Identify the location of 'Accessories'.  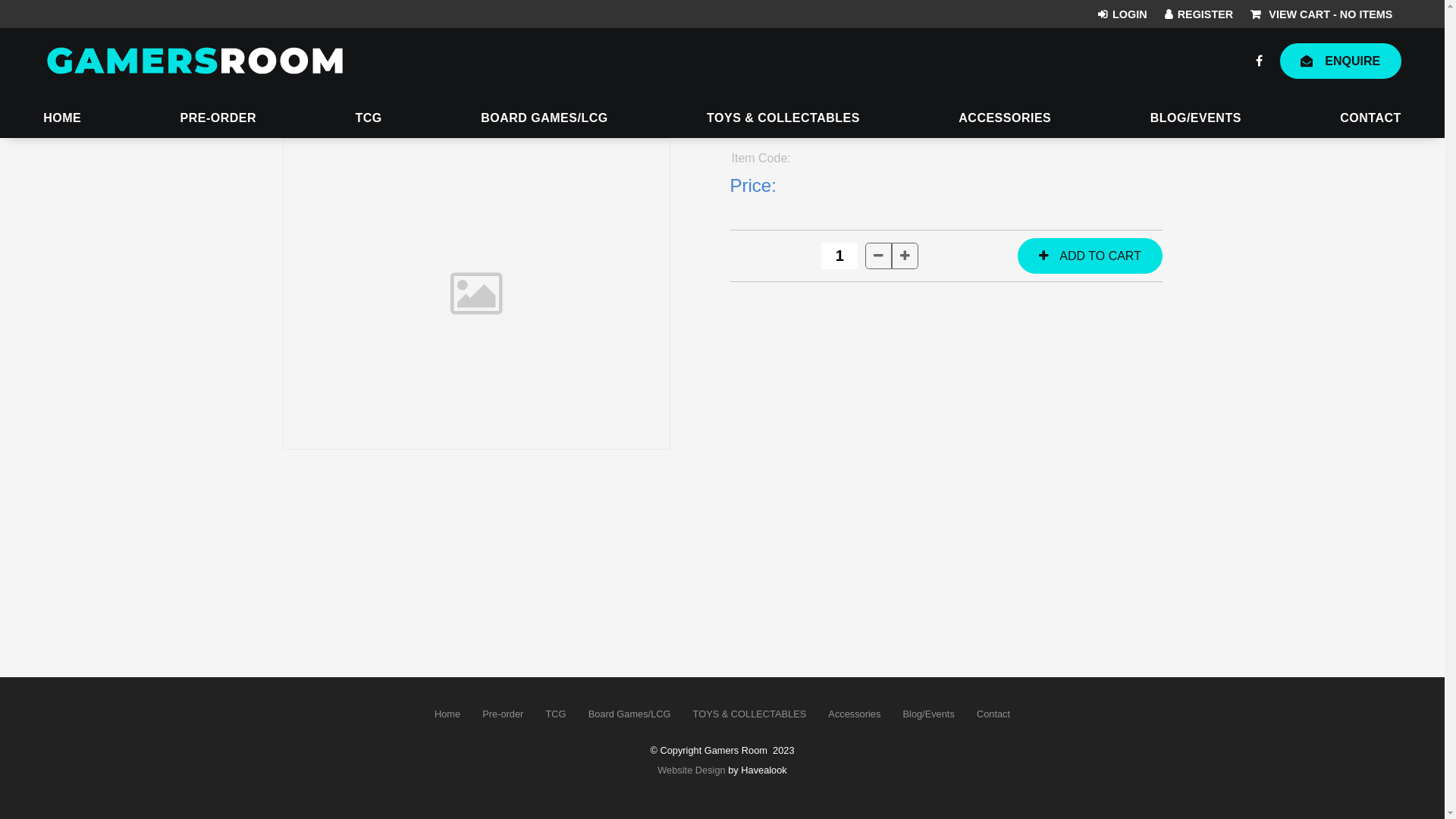
(855, 714).